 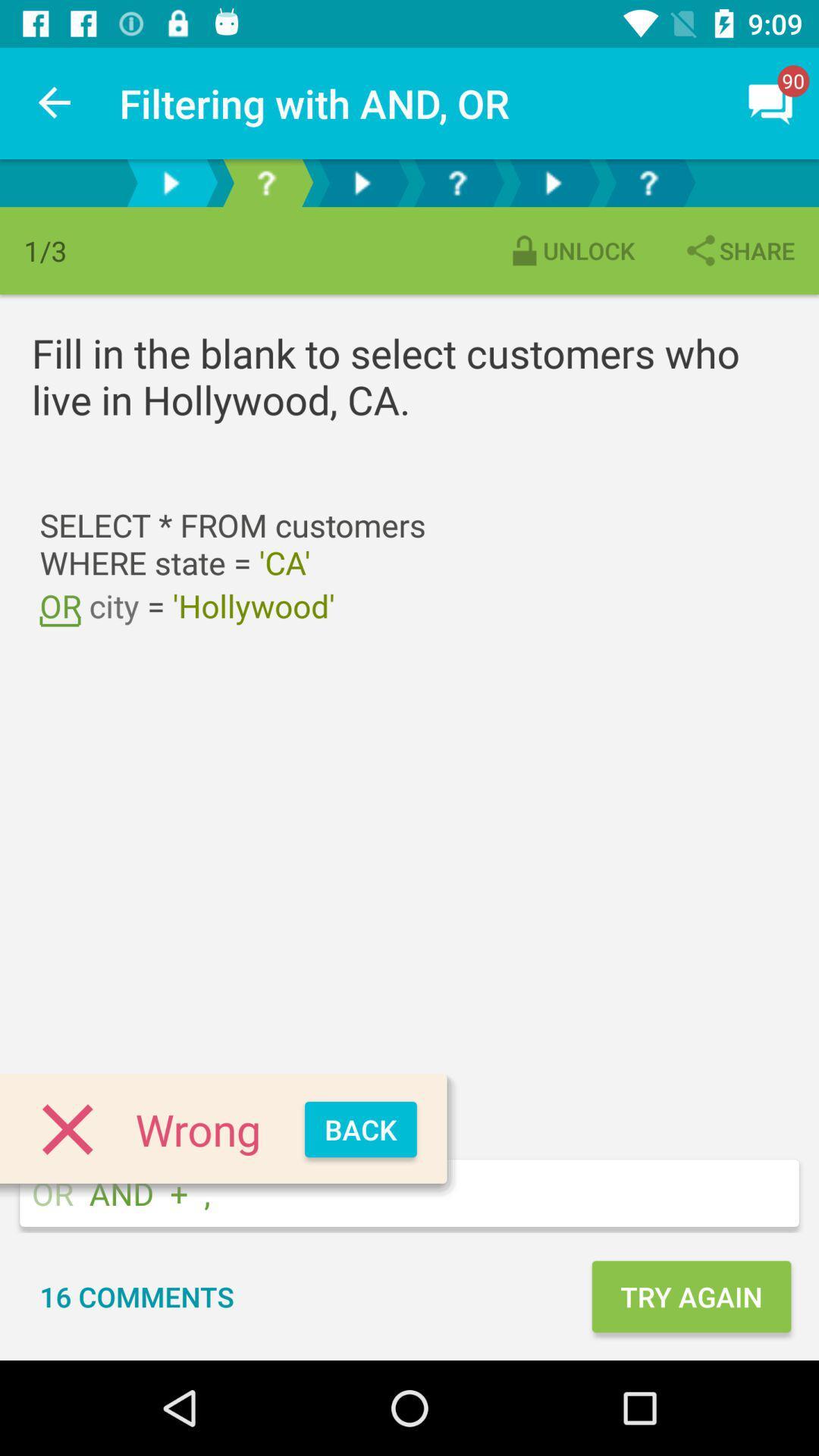 What do you see at coordinates (170, 182) in the screenshot?
I see `first page of lesson` at bounding box center [170, 182].